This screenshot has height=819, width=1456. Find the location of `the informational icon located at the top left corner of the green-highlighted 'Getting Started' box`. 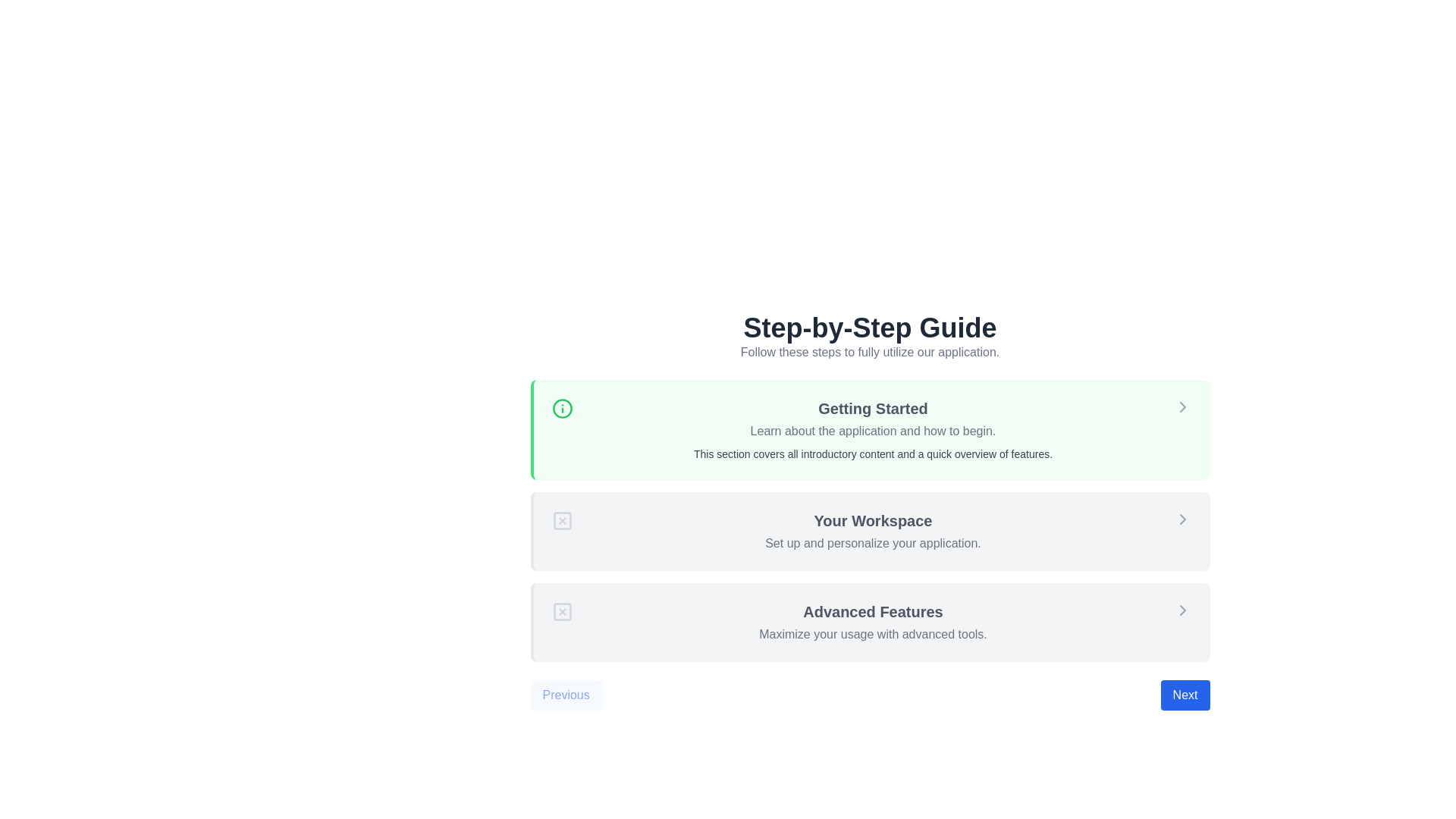

the informational icon located at the top left corner of the green-highlighted 'Getting Started' box is located at coordinates (561, 408).